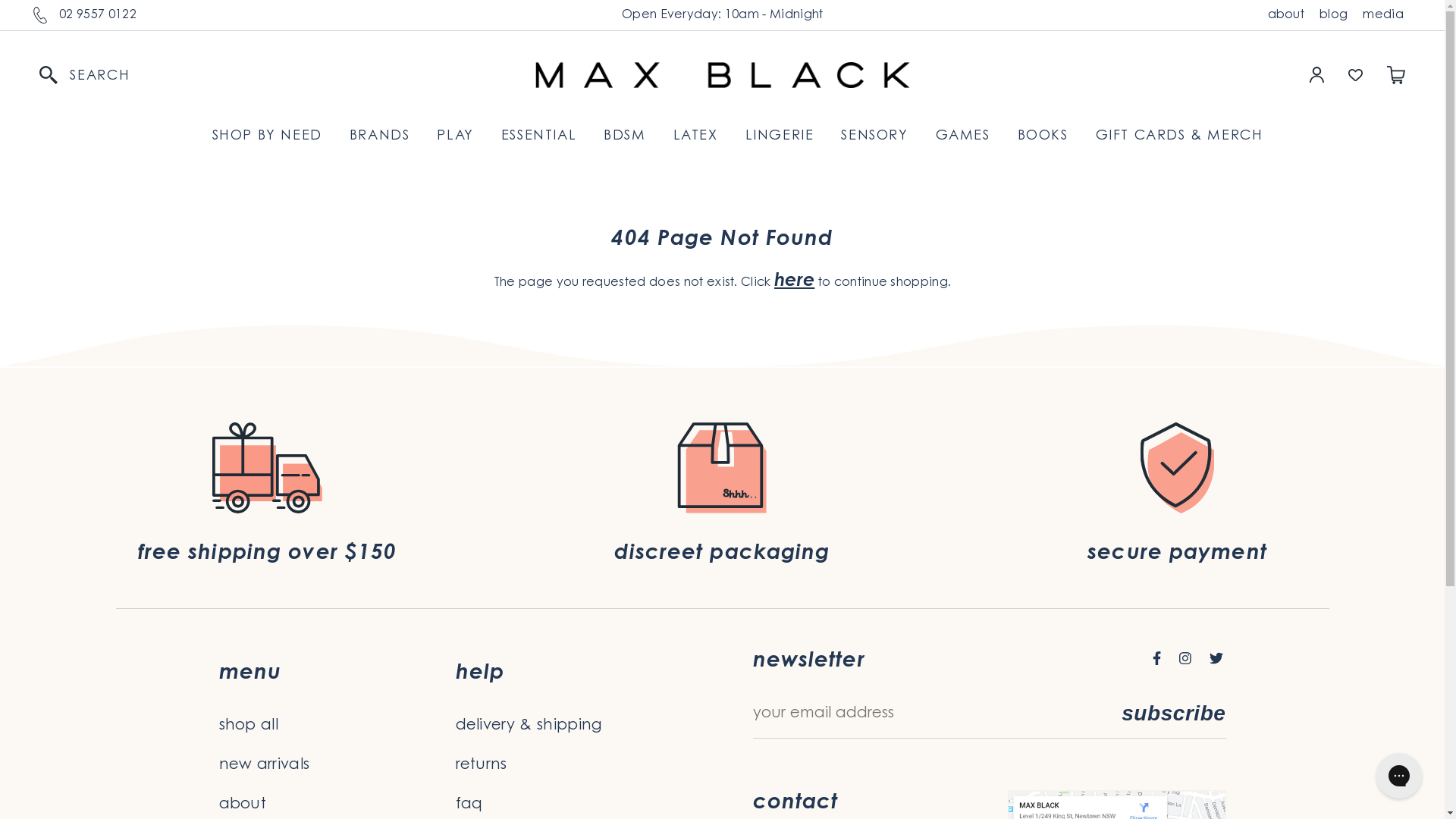 This screenshot has height=819, width=1456. Describe the element at coordinates (793, 281) in the screenshot. I see `'here'` at that location.